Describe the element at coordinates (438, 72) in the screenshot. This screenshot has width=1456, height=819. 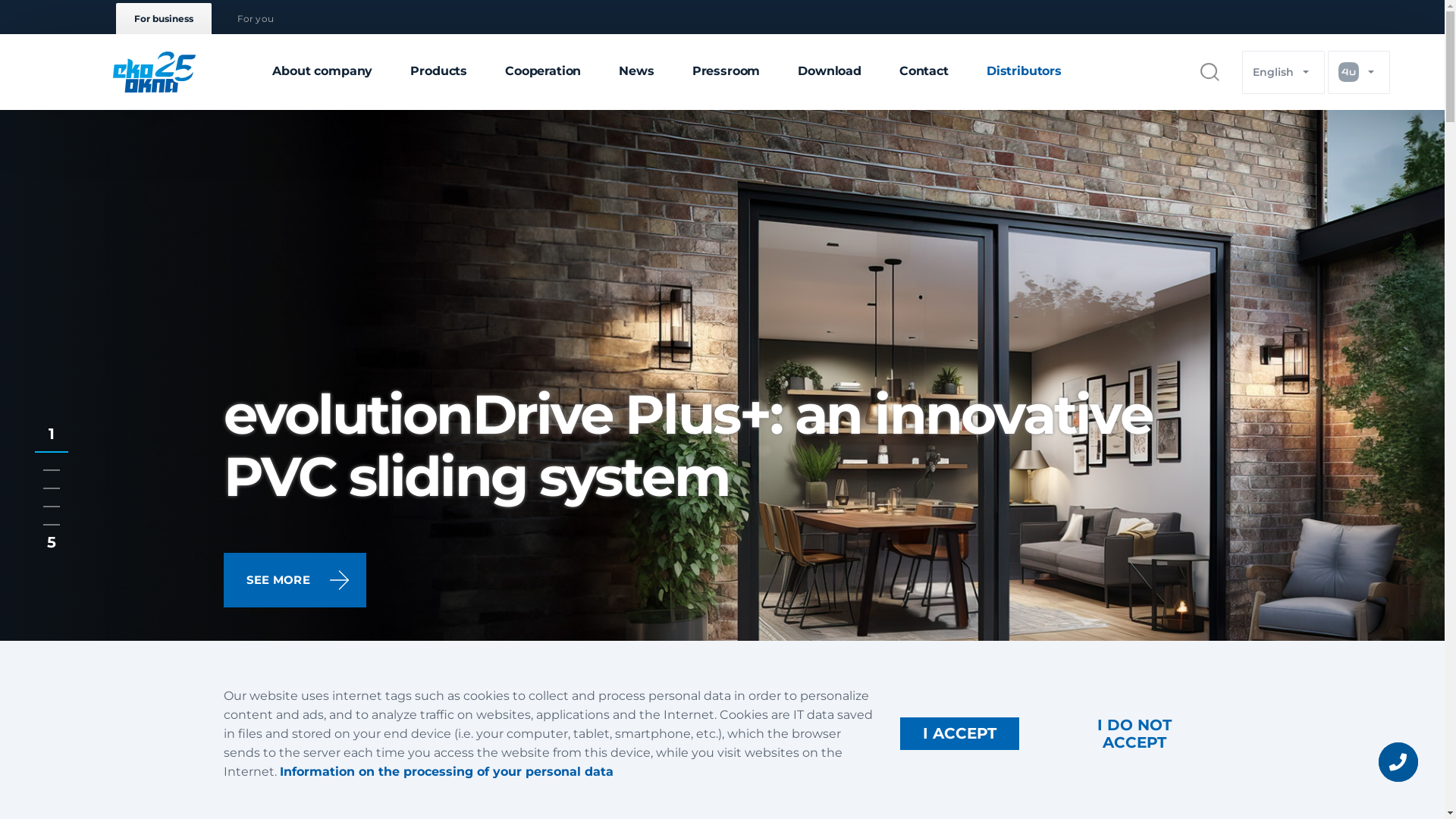
I see `'Products'` at that location.